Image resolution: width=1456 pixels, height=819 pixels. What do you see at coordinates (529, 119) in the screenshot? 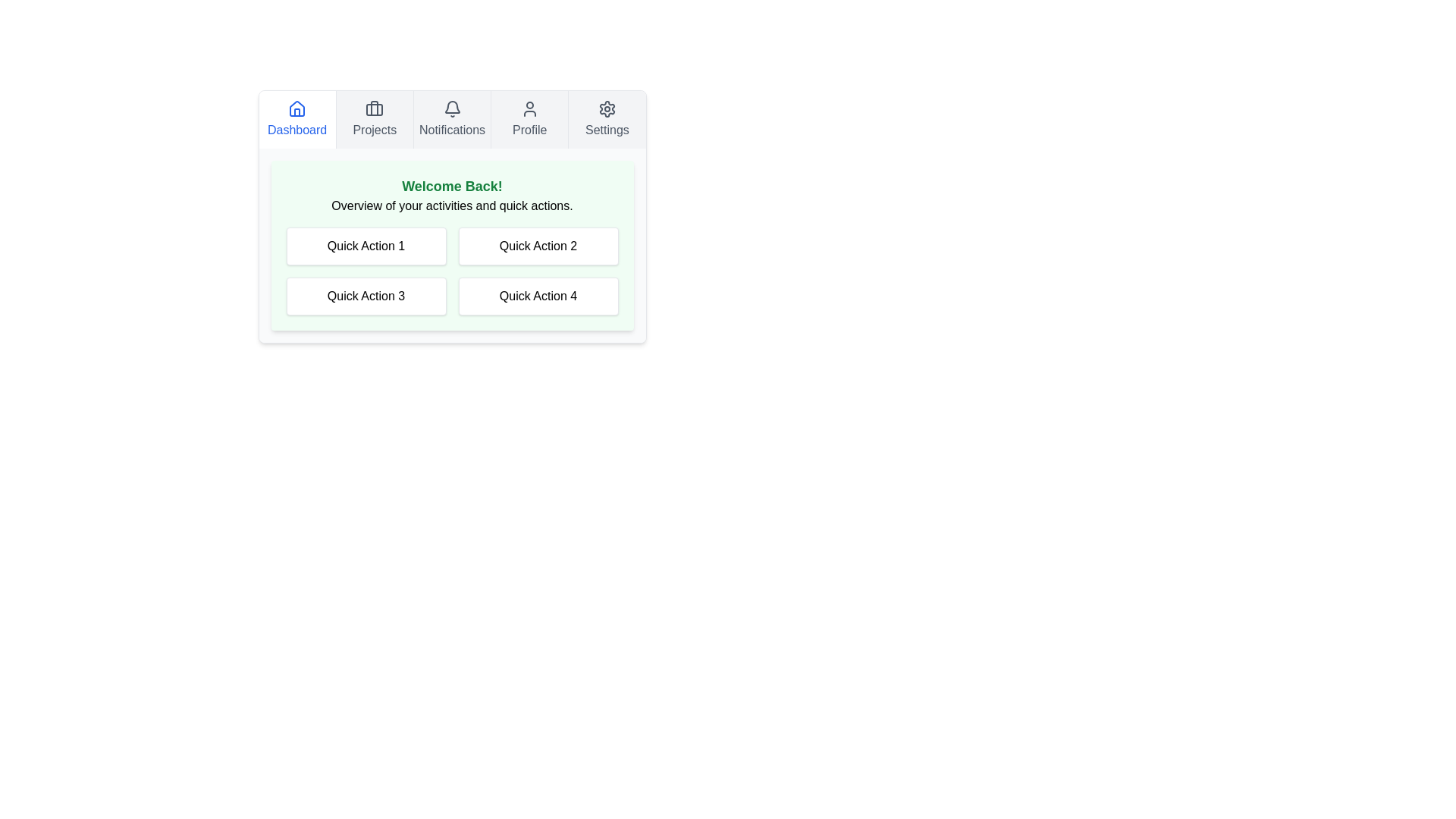
I see `the 'Profile' navigation button which is gray with a user icon and the text 'Profile' below it, located between the 'Notifications' and 'Settings' buttons` at bounding box center [529, 119].